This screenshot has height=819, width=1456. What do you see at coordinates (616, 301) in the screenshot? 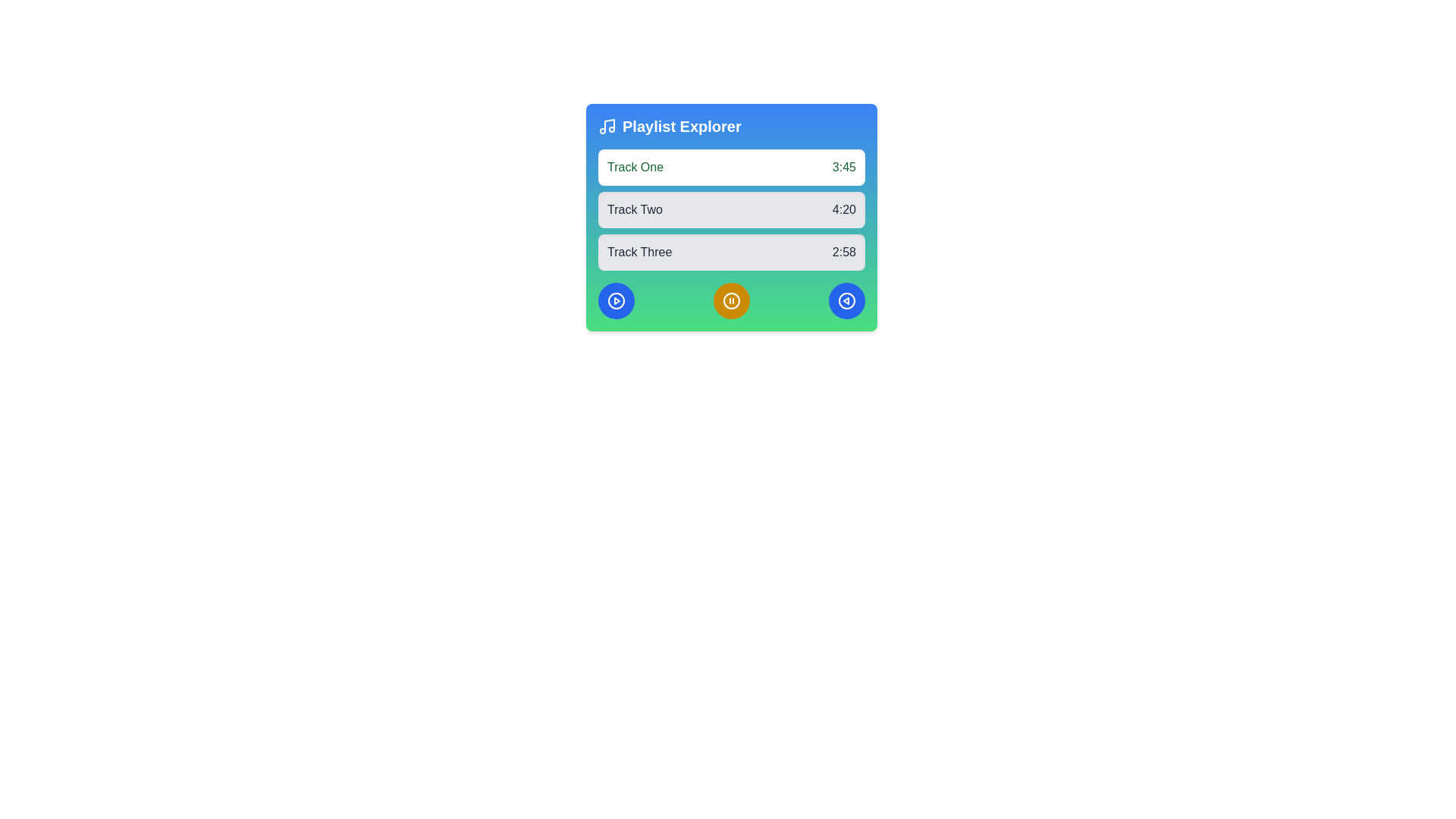
I see `the circular blue play button located at the bottom-left position of the three aligned icons to play a track` at bounding box center [616, 301].